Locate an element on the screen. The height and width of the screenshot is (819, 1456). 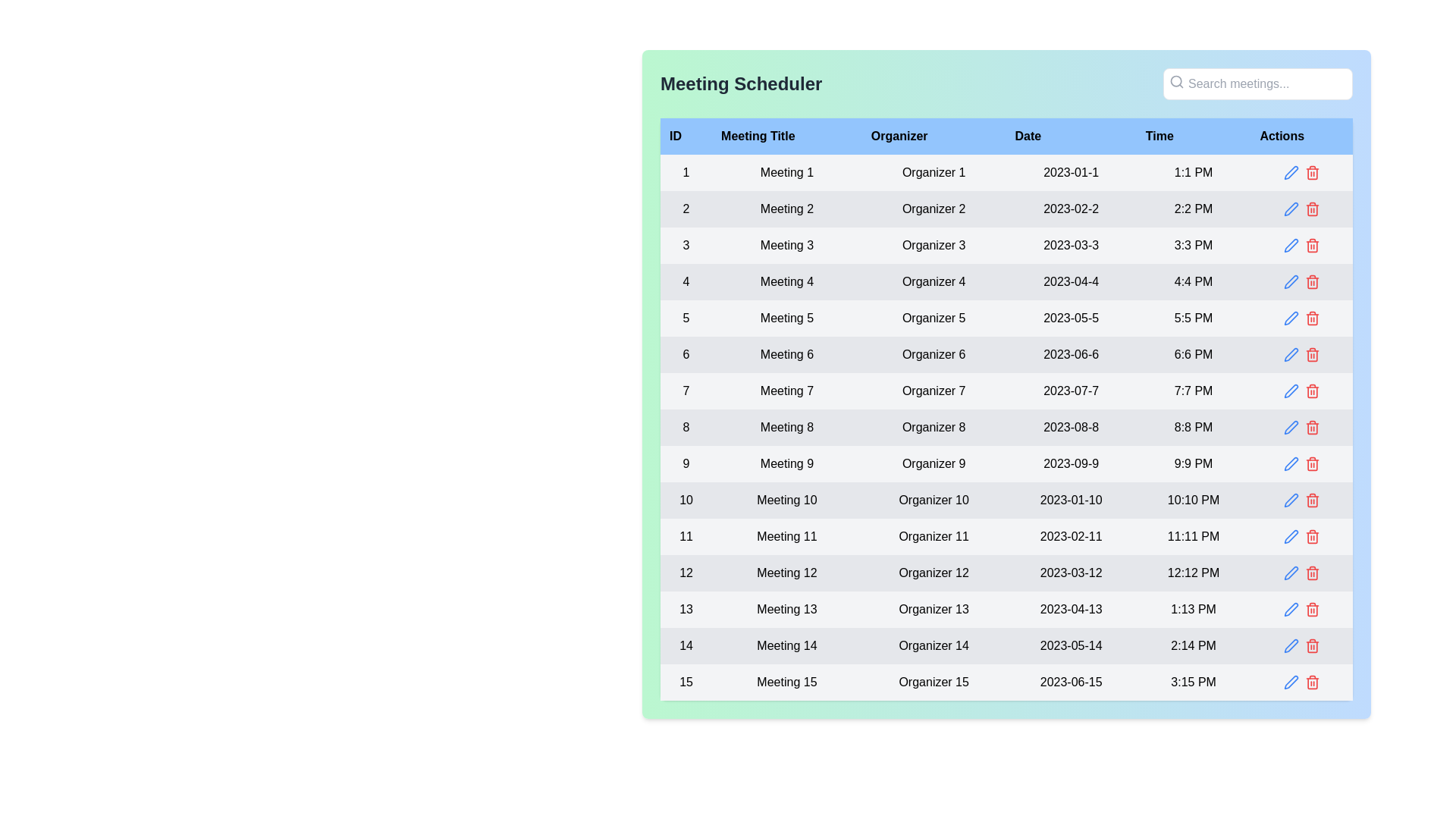
the text label displaying 'Meeting 2' in the 'Meeting Title' column of the table, which is centrally aligned and positioned in row ID 2 is located at coordinates (786, 209).